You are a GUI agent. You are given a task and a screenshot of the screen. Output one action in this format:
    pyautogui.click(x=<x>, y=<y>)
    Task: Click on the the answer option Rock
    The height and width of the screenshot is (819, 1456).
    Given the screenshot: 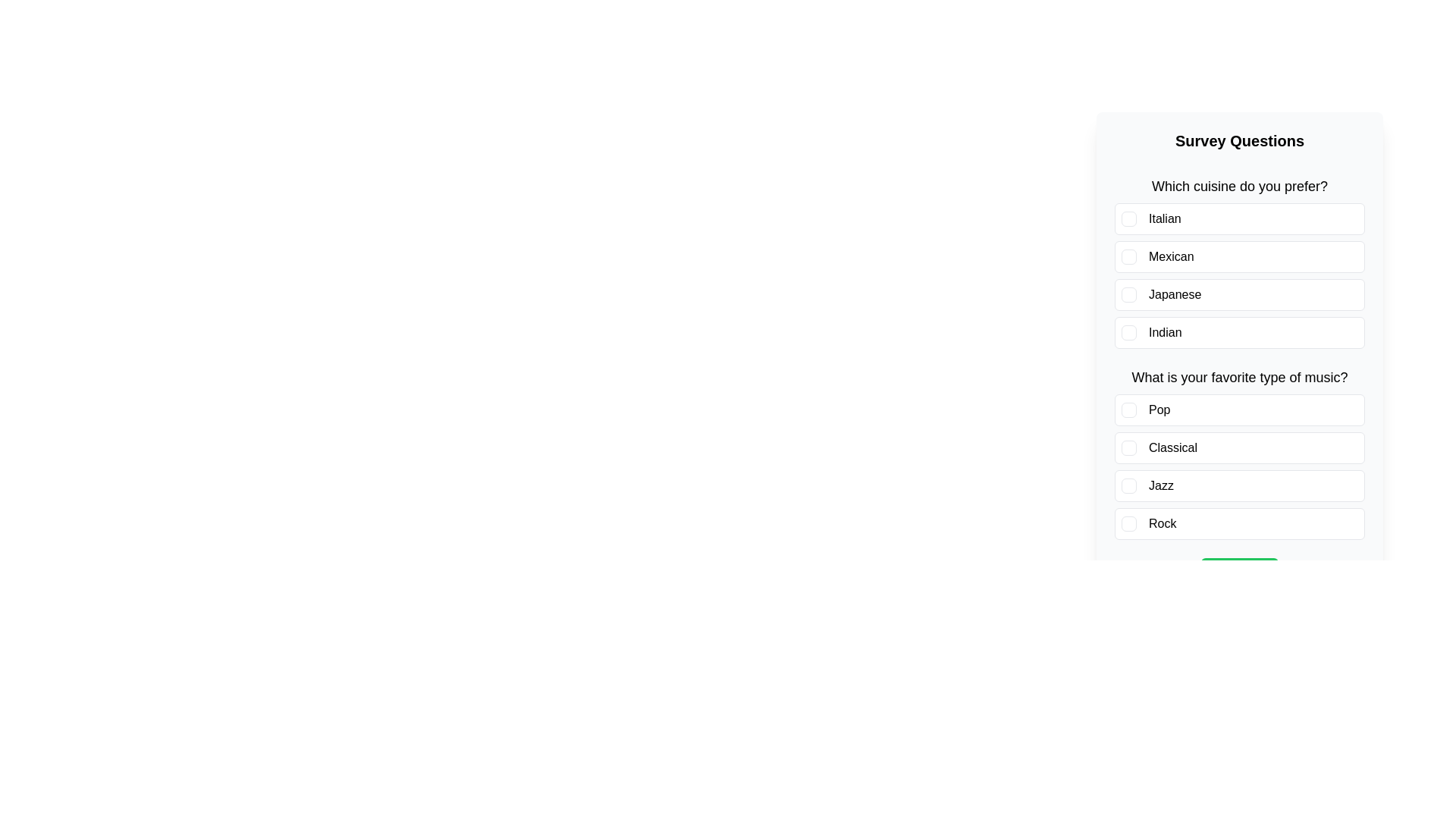 What is the action you would take?
    pyautogui.click(x=1240, y=522)
    